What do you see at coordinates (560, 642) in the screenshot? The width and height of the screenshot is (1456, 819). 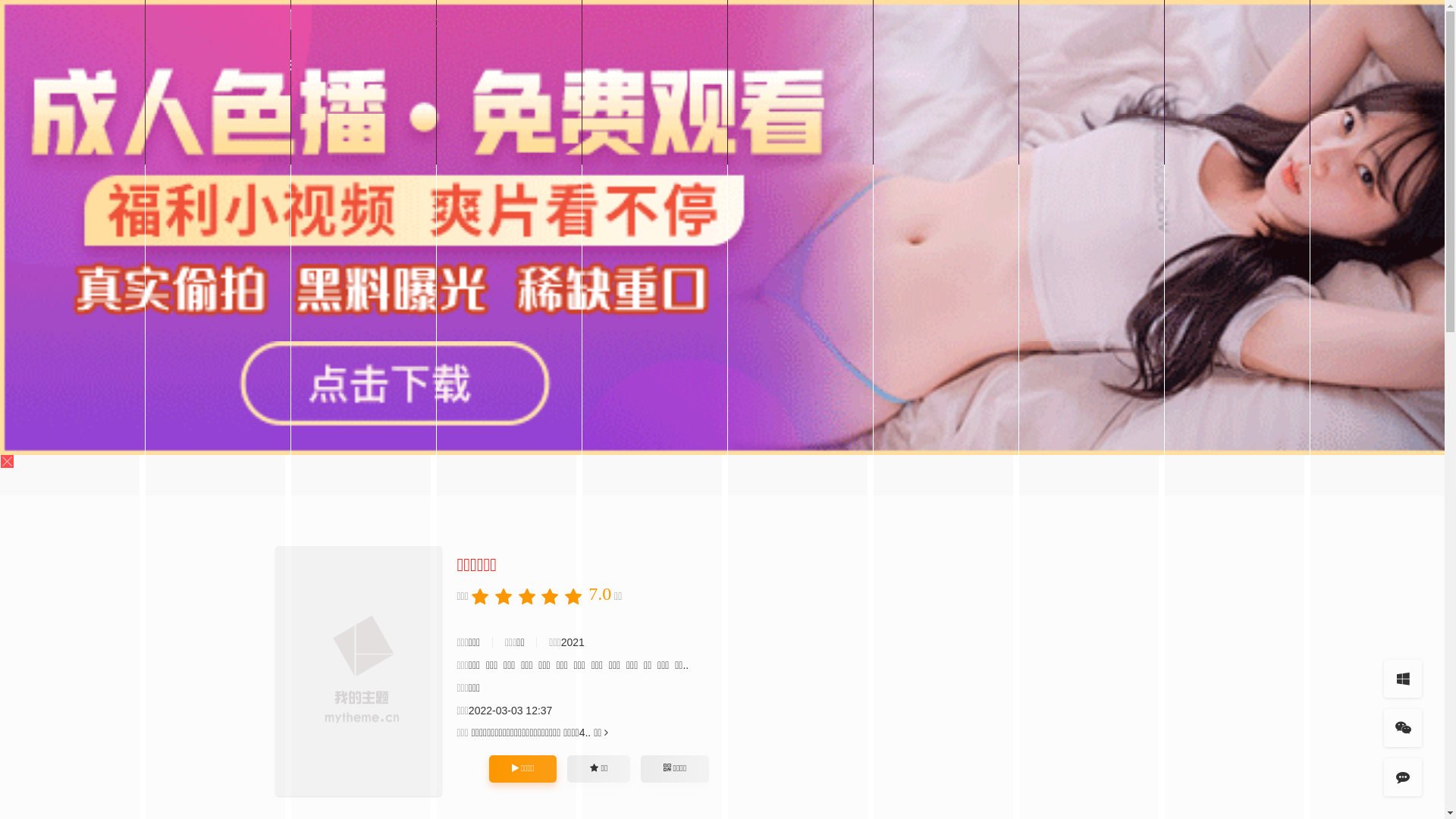 I see `'2021'` at bounding box center [560, 642].